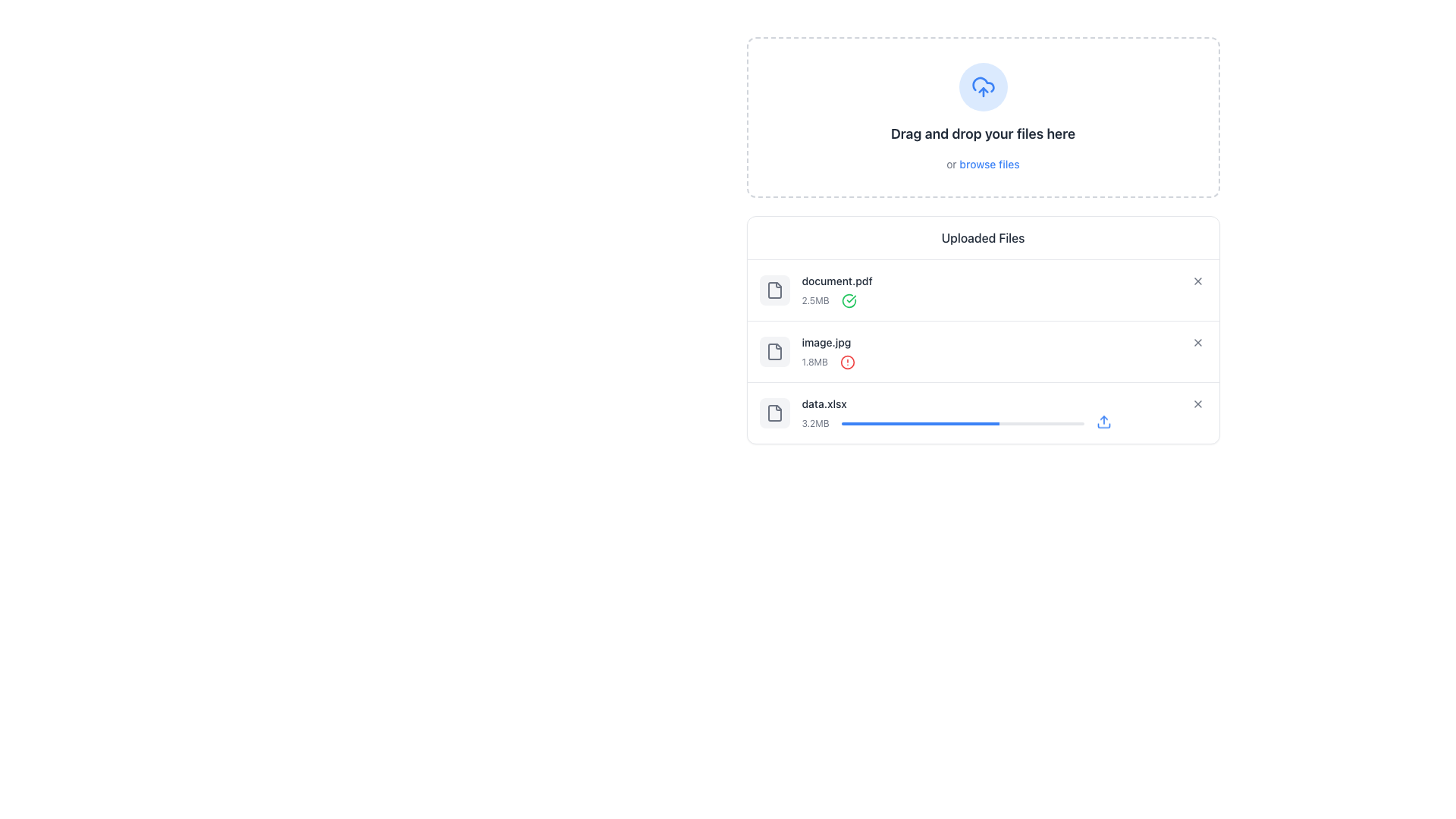 Image resolution: width=1456 pixels, height=819 pixels. Describe the element at coordinates (962, 424) in the screenshot. I see `the progress status of the horizontal progress bar associated with the file 'data.xlsx', which is located below the size indicator '3.2MB' and above a blue upload icon` at that location.